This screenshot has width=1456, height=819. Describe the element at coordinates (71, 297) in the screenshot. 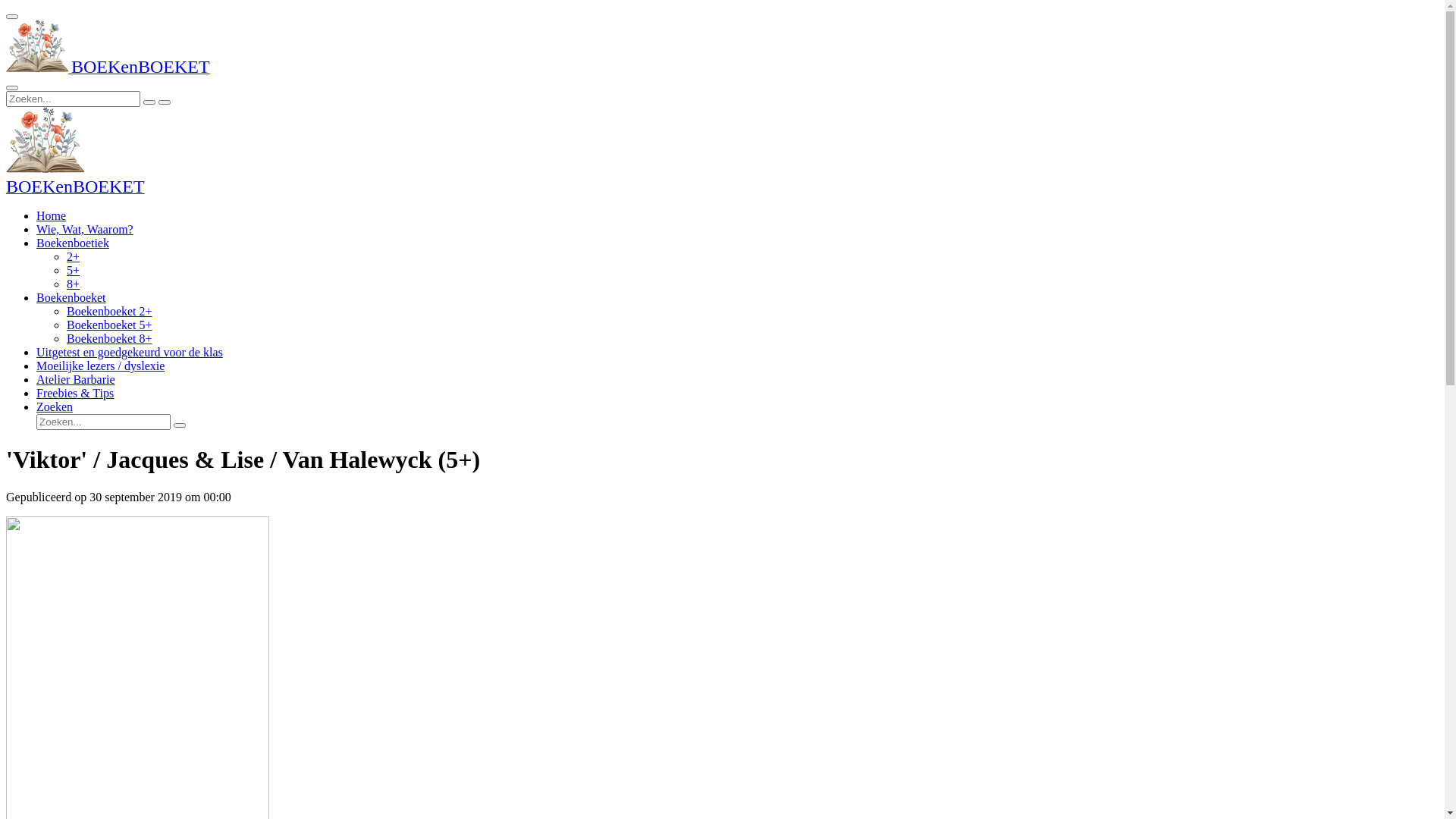

I see `'Boekenboeket'` at that location.